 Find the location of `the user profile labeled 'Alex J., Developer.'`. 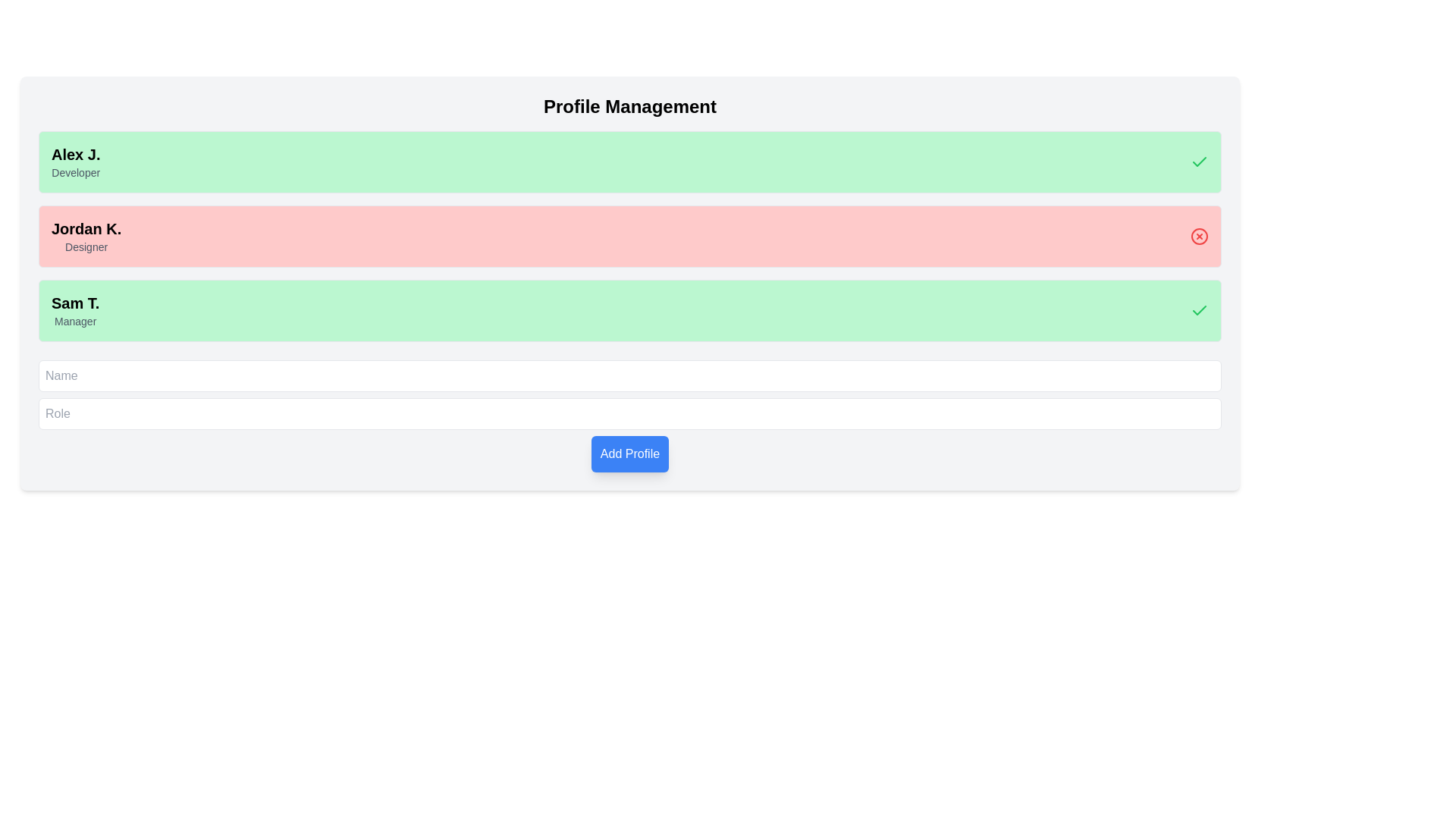

the user profile labeled 'Alex J., Developer.' is located at coordinates (629, 162).